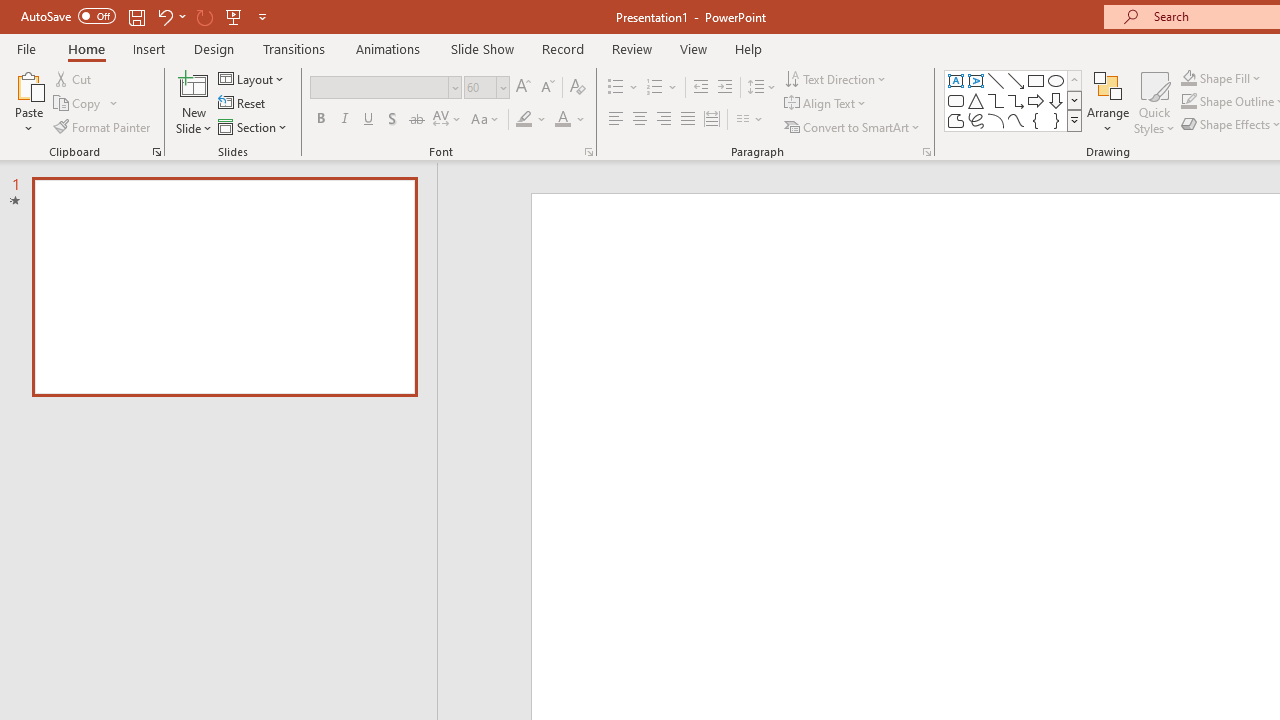 The image size is (1280, 720). What do you see at coordinates (976, 80) in the screenshot?
I see `'Vertical Text Box'` at bounding box center [976, 80].